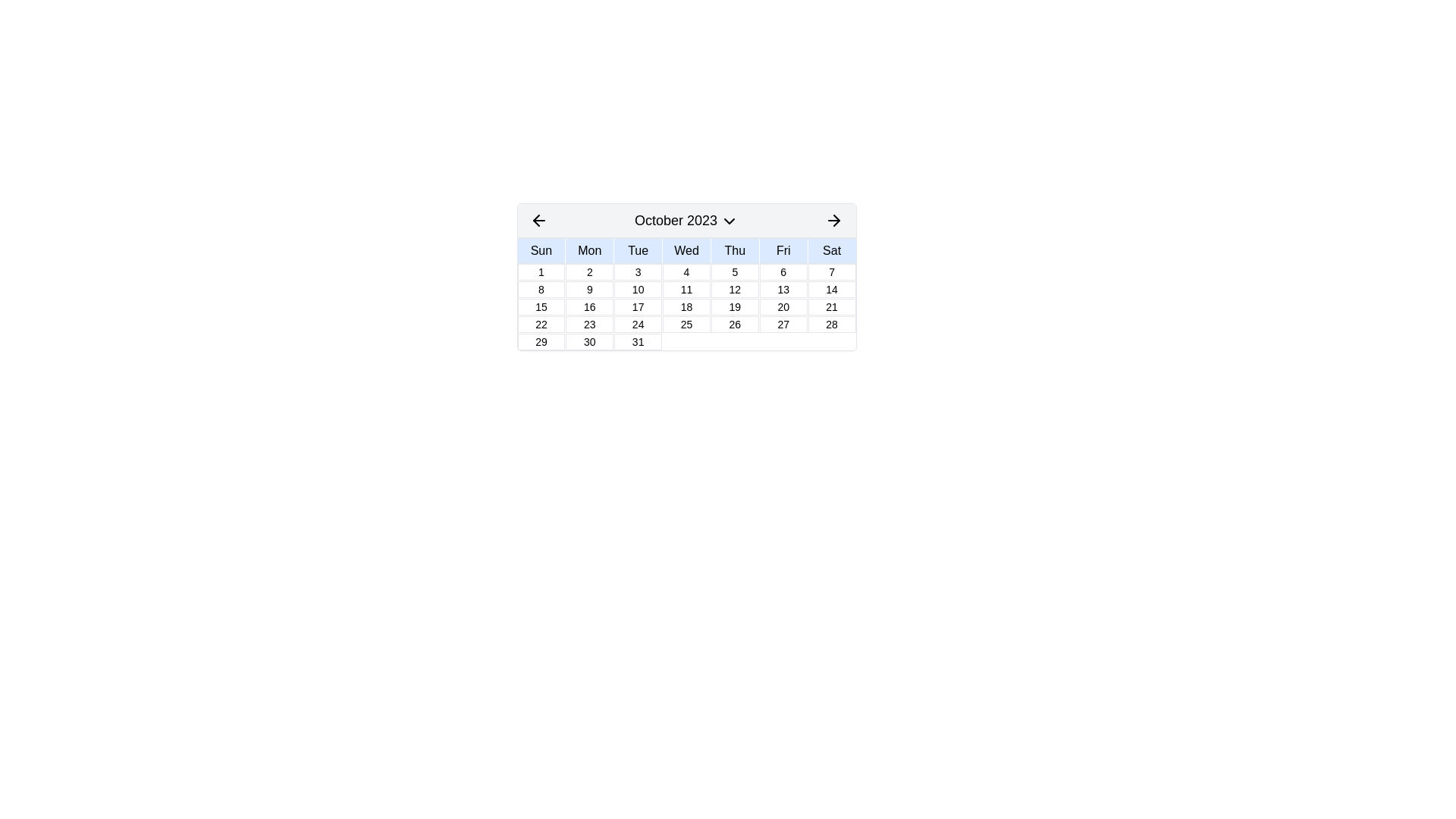  I want to click on the calendar day cell containing the digit '4', so click(686, 271).